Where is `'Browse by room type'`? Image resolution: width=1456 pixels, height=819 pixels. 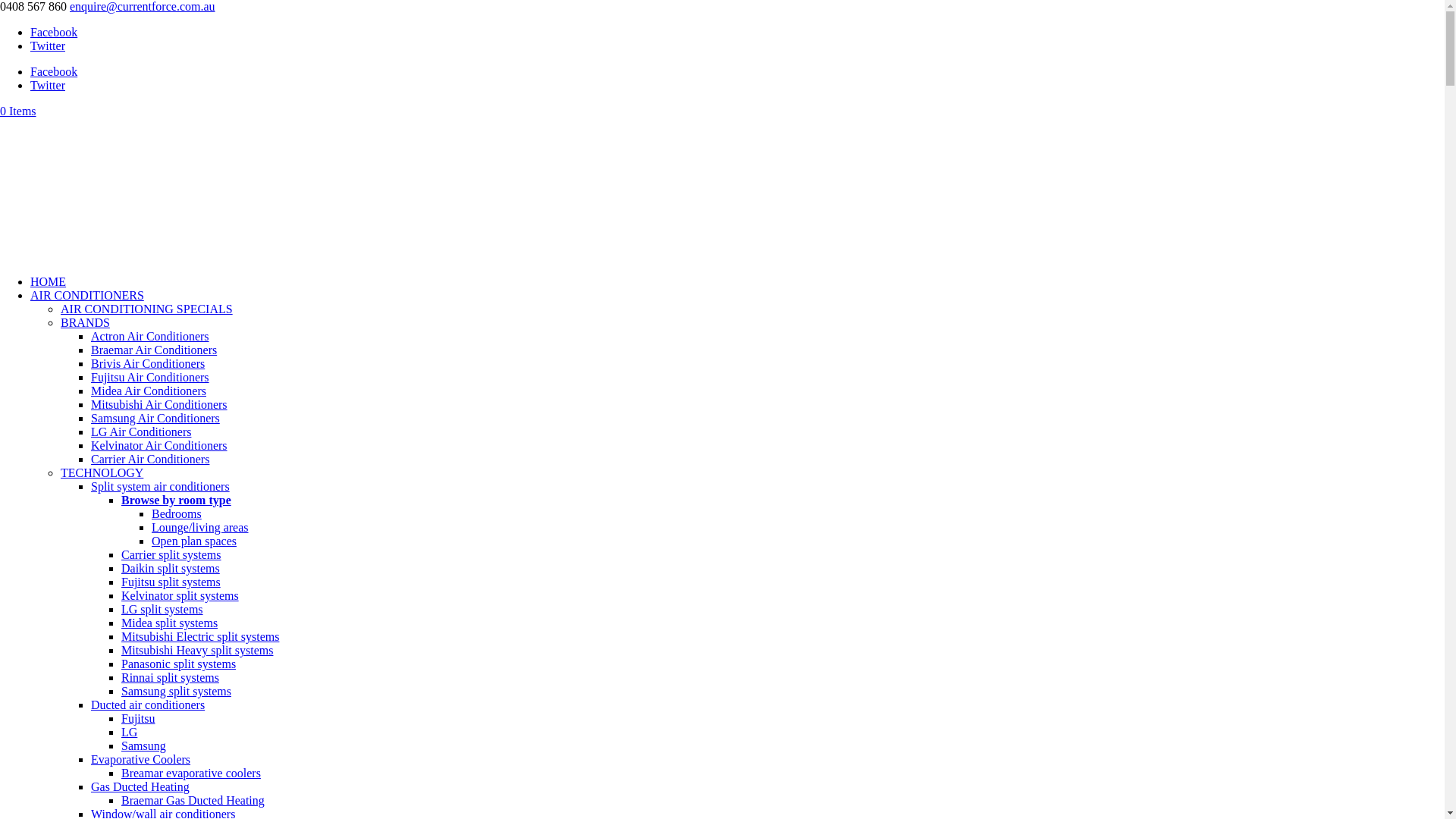
'Browse by room type' is located at coordinates (176, 500).